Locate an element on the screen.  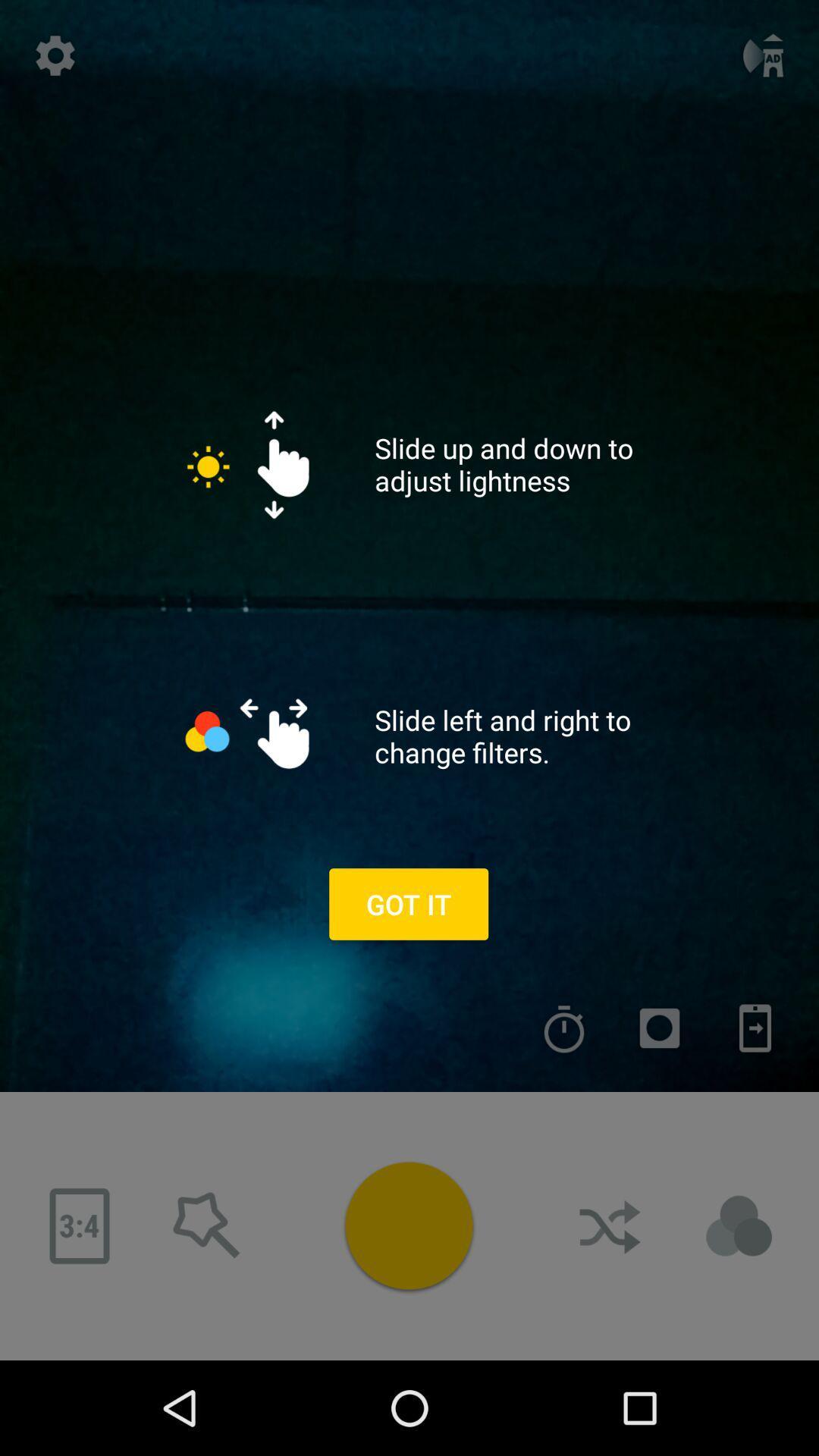
adv link is located at coordinates (739, 1226).